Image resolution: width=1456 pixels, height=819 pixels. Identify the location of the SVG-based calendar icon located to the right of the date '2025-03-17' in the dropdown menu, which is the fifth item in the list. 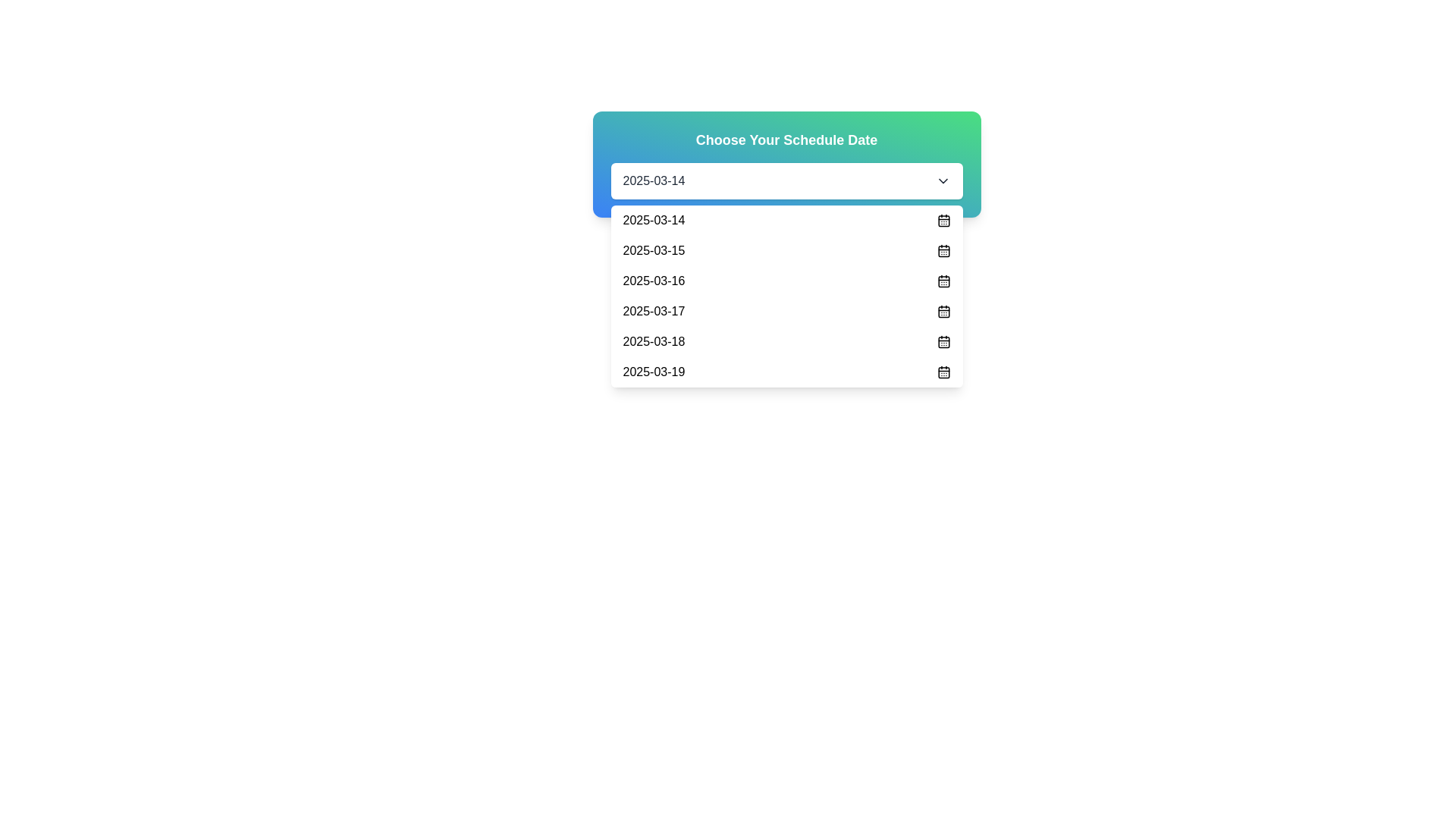
(943, 311).